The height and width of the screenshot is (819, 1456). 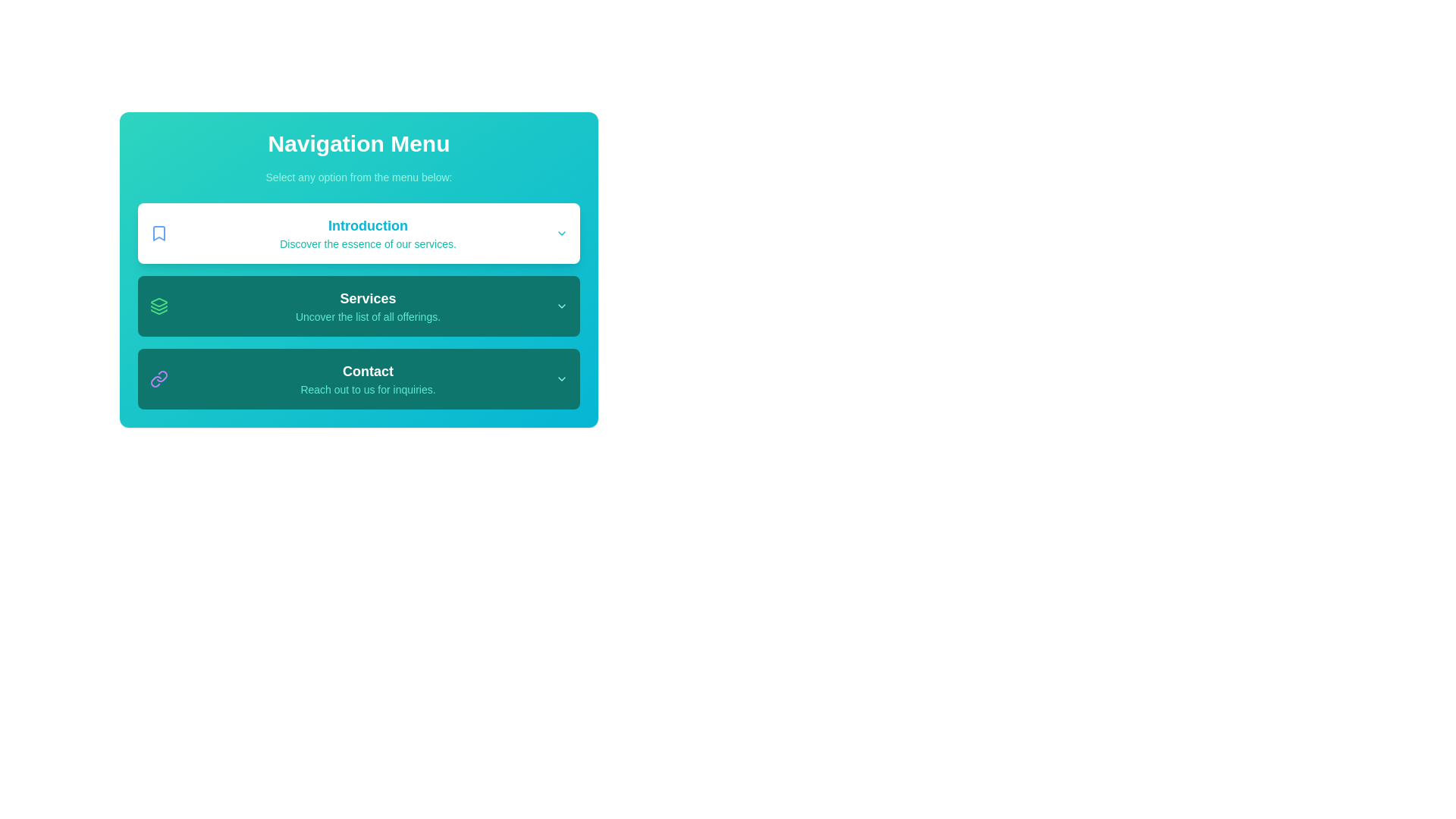 What do you see at coordinates (368, 315) in the screenshot?
I see `the description text located directly below the 'Services' header in the navigation menu to provide additional information to the user` at bounding box center [368, 315].